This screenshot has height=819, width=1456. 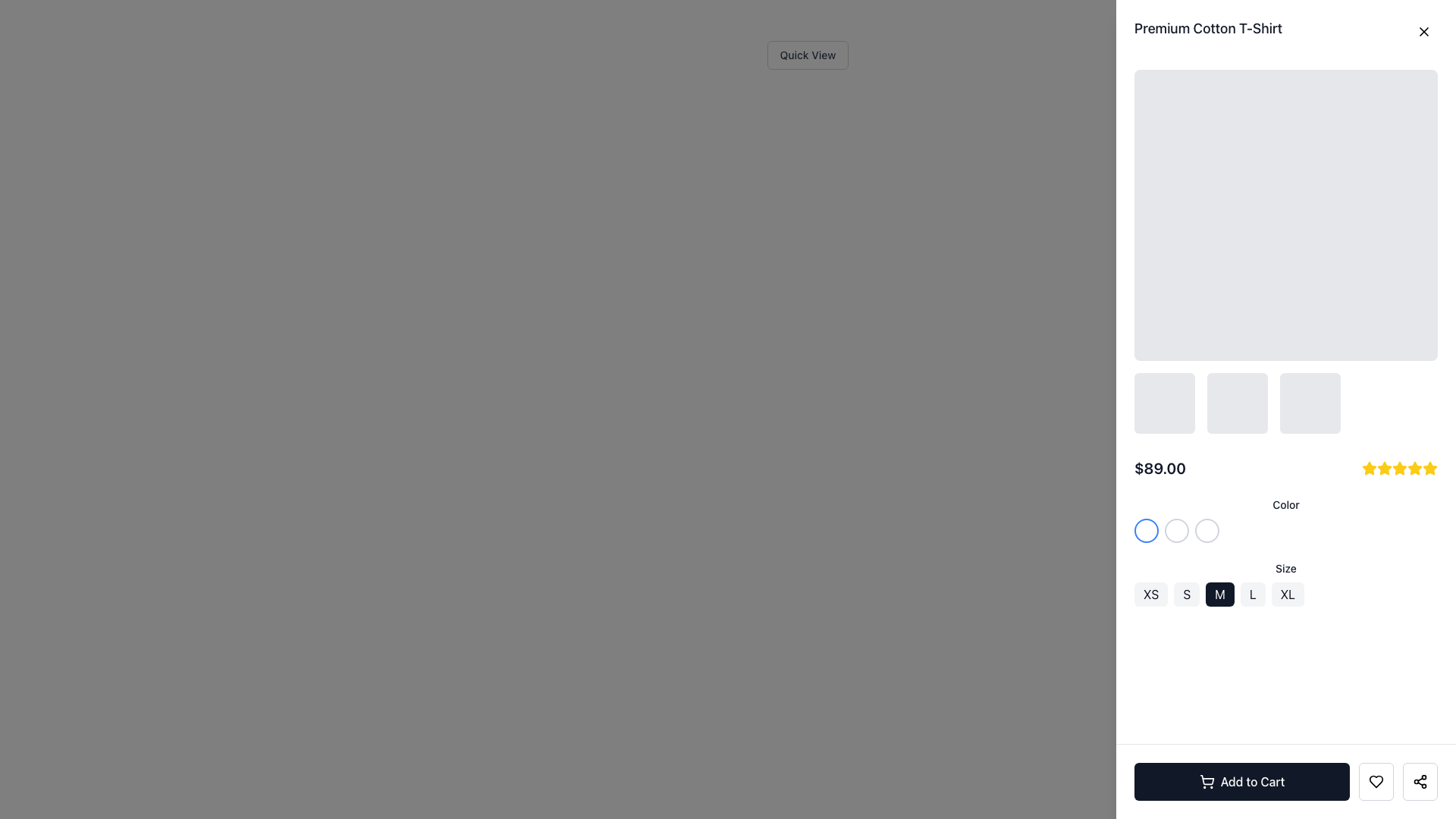 I want to click on to select the second circular color option in the horizontal arrangement, which is visually styled with a light gray border and a white interior, located within the 'Color' section, so click(x=1175, y=529).